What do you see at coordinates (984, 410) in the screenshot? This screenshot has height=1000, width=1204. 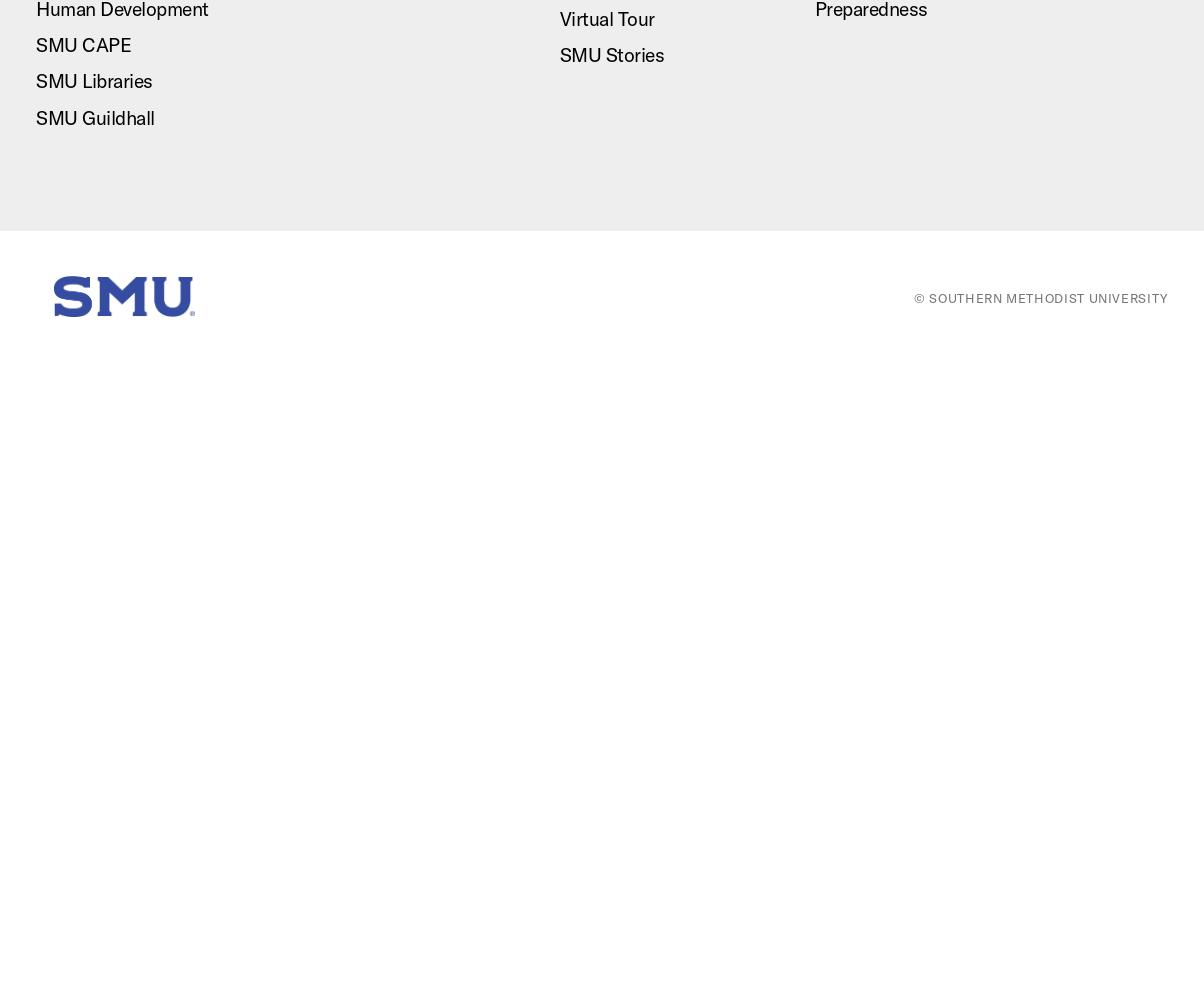 I see `'Mission Statement'` at bounding box center [984, 410].